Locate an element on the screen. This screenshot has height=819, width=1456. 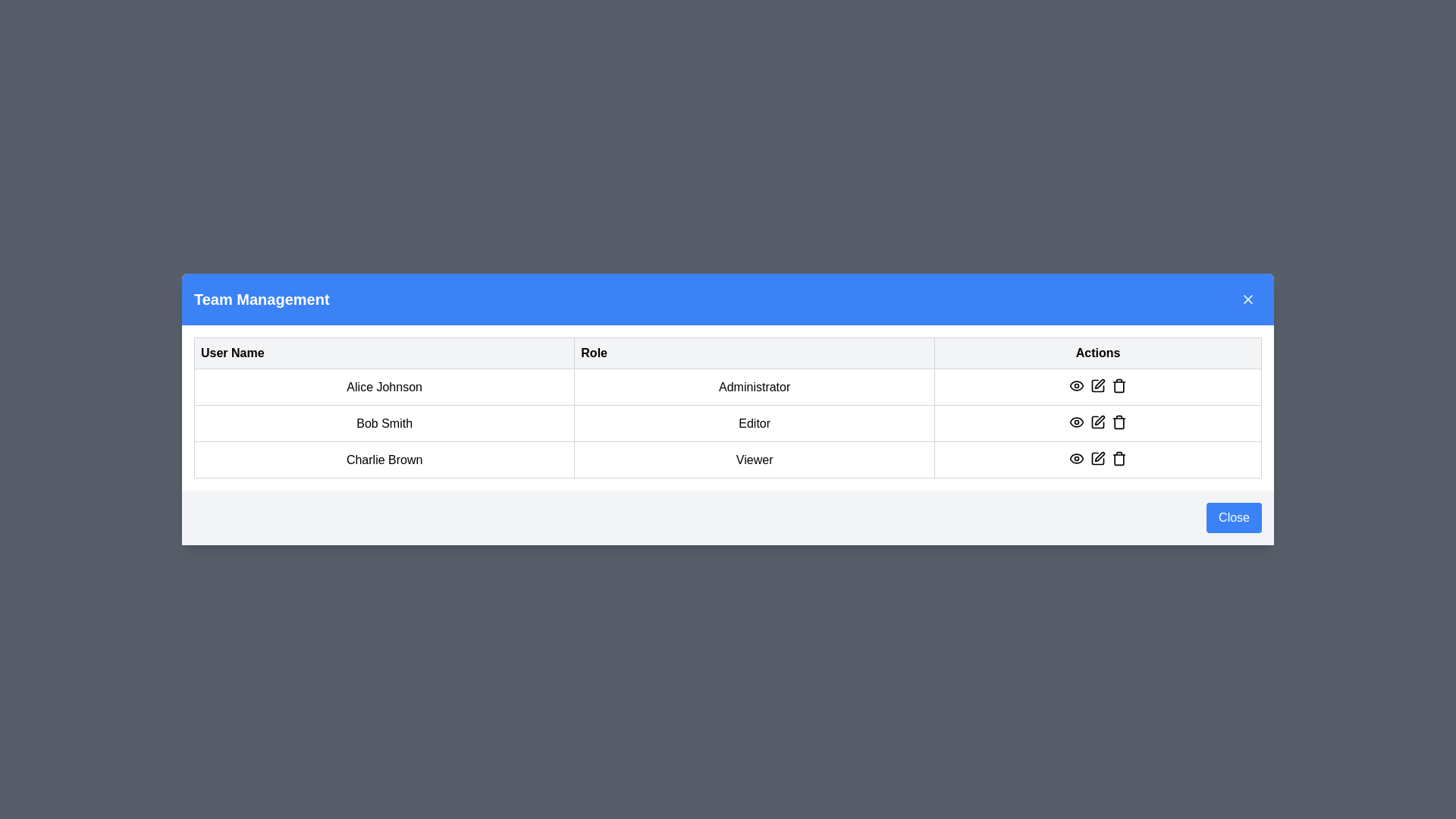
the graphical close button located at the top-right corner of the modal dialog is located at coordinates (1248, 299).